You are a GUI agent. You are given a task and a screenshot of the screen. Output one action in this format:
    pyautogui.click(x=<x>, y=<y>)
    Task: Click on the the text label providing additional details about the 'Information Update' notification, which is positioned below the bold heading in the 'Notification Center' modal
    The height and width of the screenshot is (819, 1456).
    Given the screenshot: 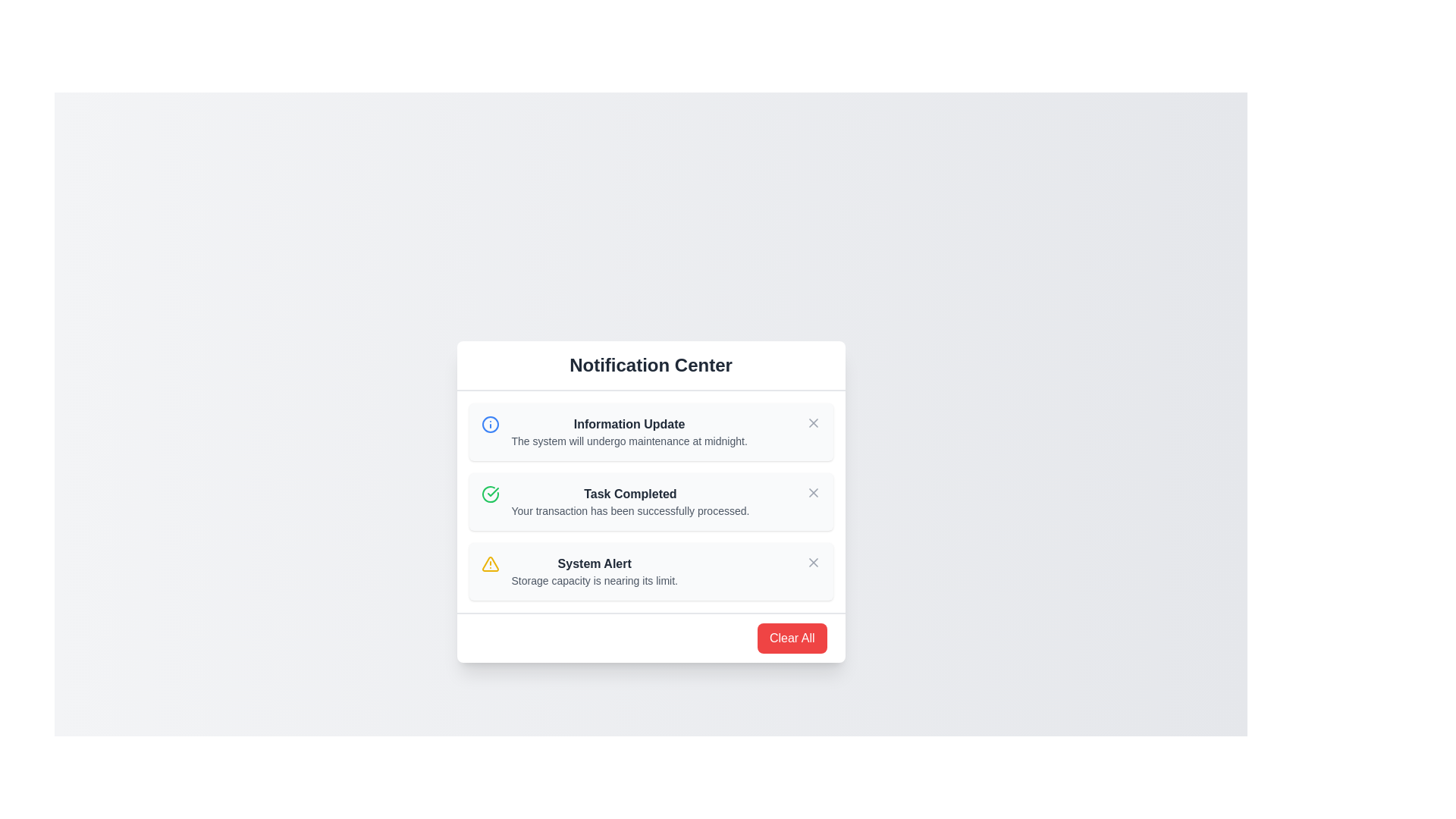 What is the action you would take?
    pyautogui.click(x=629, y=441)
    